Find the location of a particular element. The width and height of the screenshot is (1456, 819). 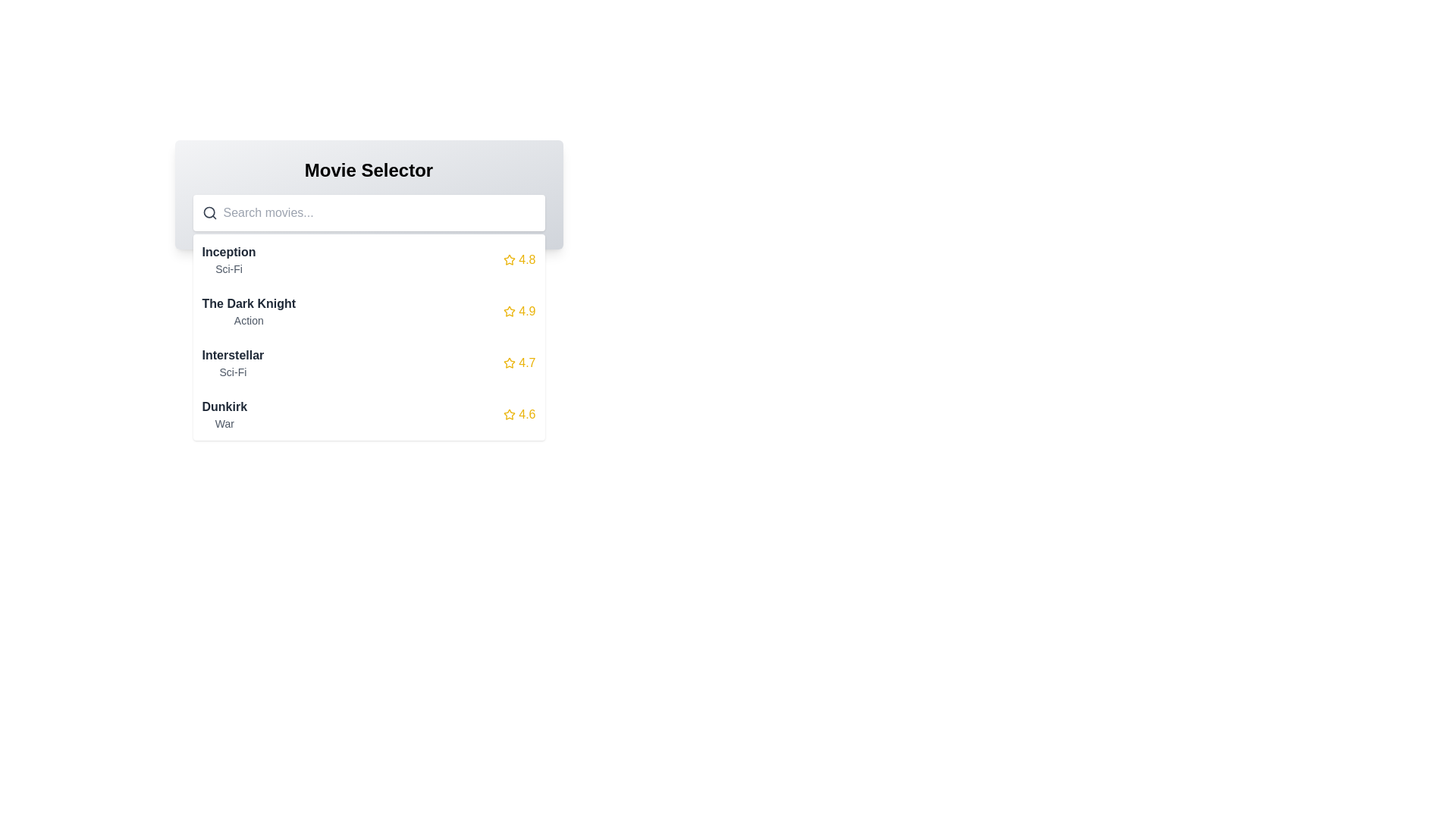

the gold-colored star icon with a hollow center that represents the rating for the movie 'Interstellar' is located at coordinates (510, 362).